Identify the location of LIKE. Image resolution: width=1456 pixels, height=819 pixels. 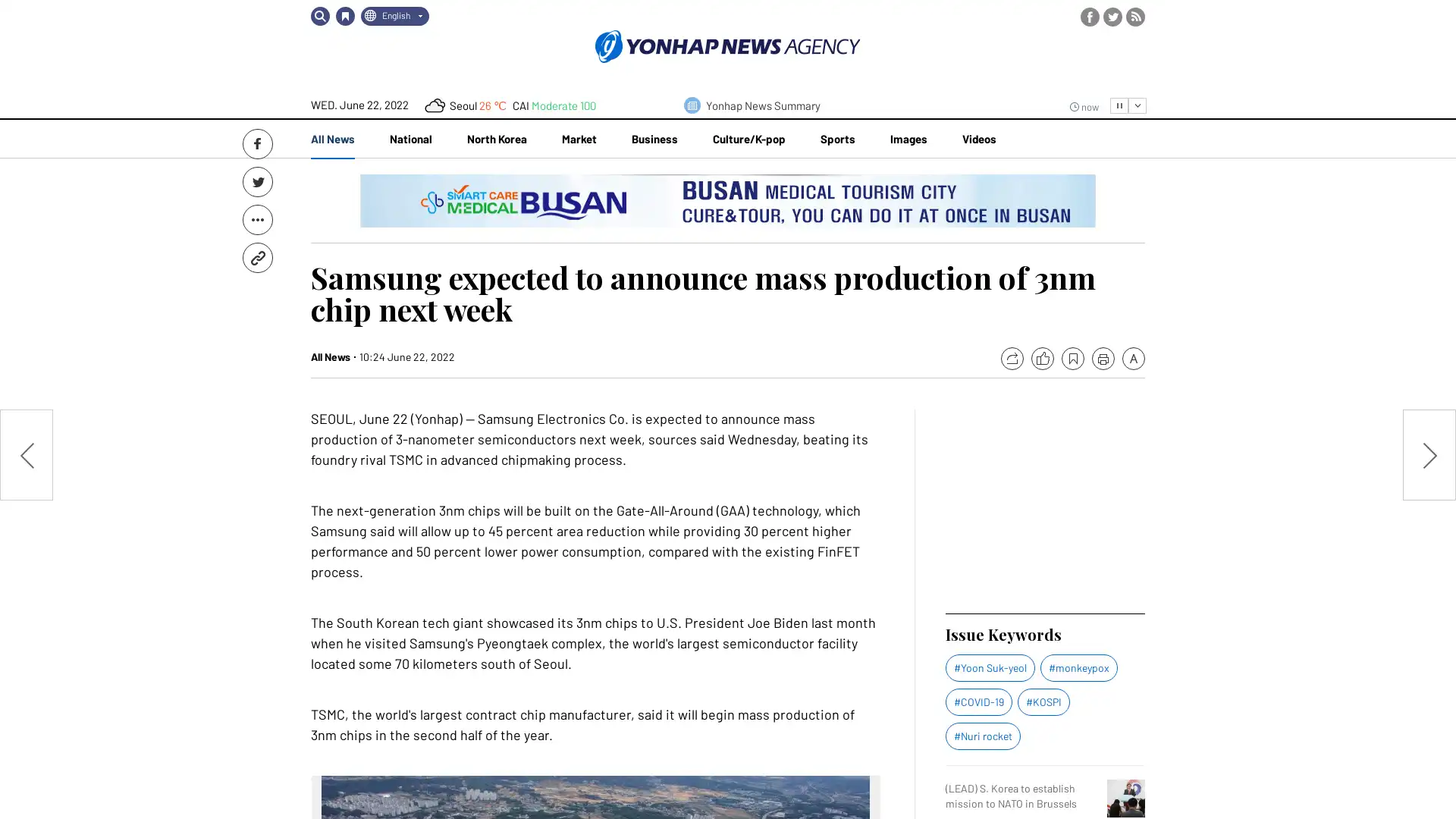
(1041, 359).